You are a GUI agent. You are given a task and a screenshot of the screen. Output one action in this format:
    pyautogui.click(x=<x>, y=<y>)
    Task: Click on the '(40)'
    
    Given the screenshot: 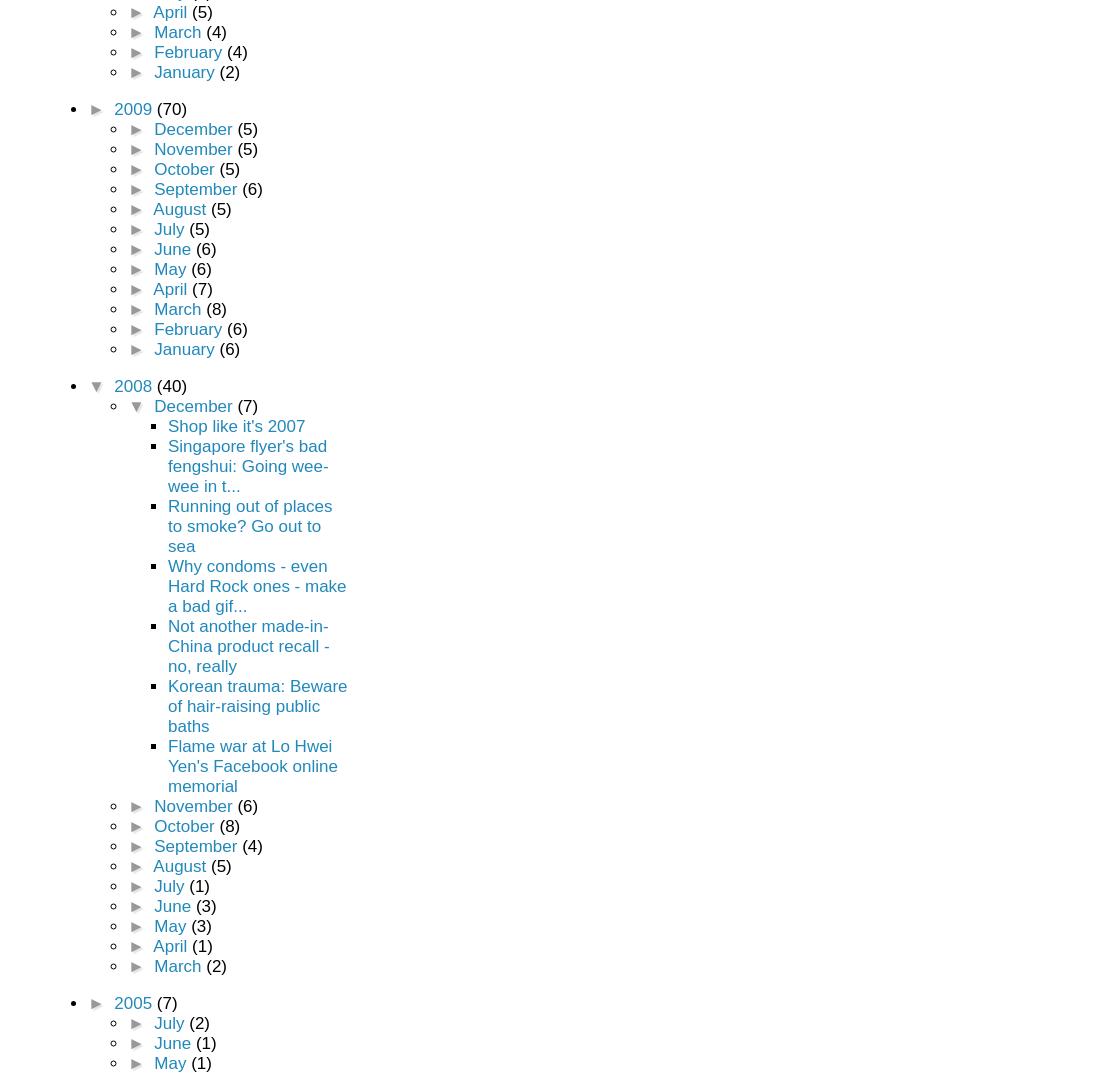 What is the action you would take?
    pyautogui.click(x=170, y=385)
    